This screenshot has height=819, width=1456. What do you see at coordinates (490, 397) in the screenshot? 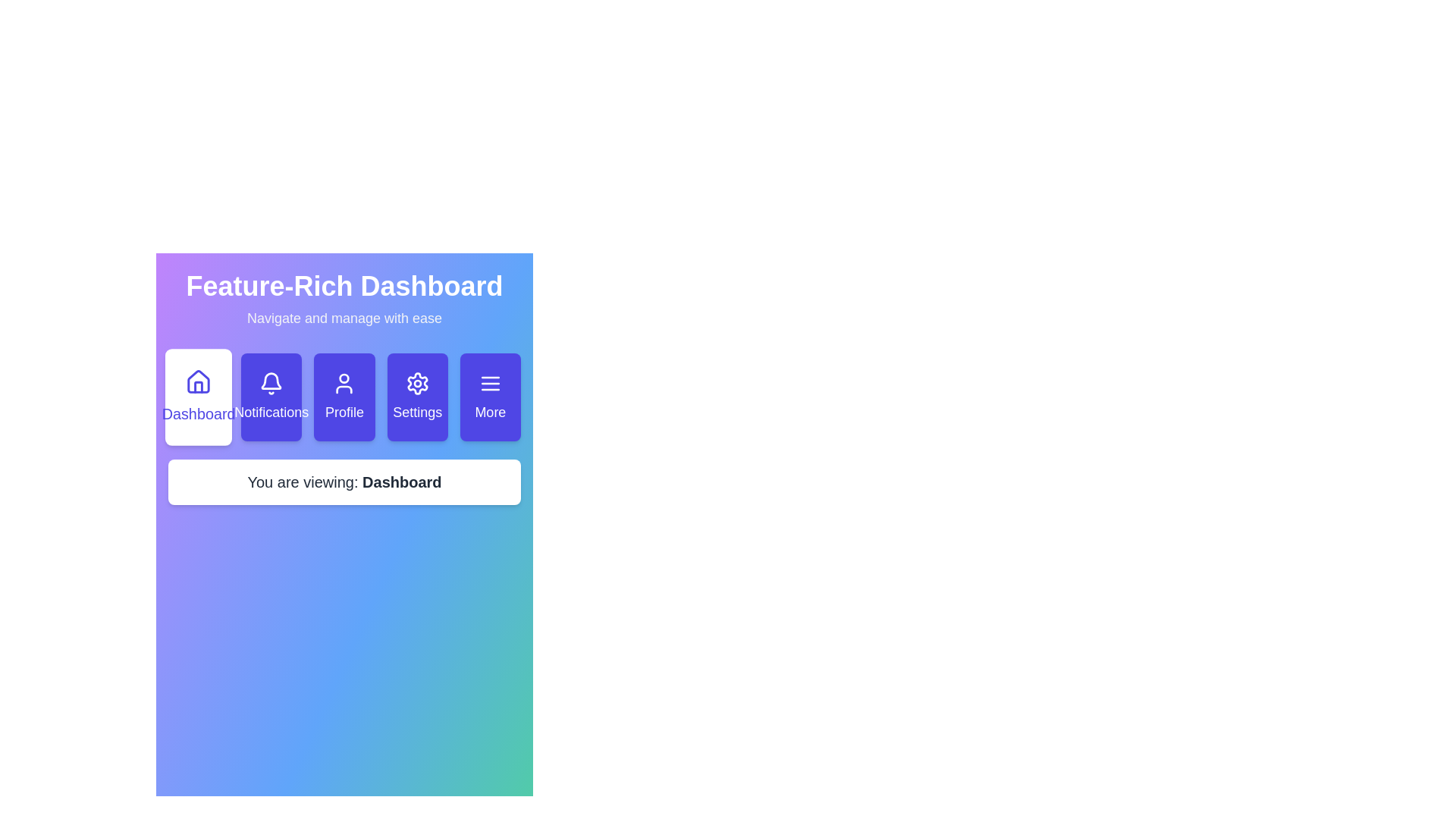
I see `the rounded rectangular 'More' button with a purple background and white text, located at the far-right side of the grid` at bounding box center [490, 397].